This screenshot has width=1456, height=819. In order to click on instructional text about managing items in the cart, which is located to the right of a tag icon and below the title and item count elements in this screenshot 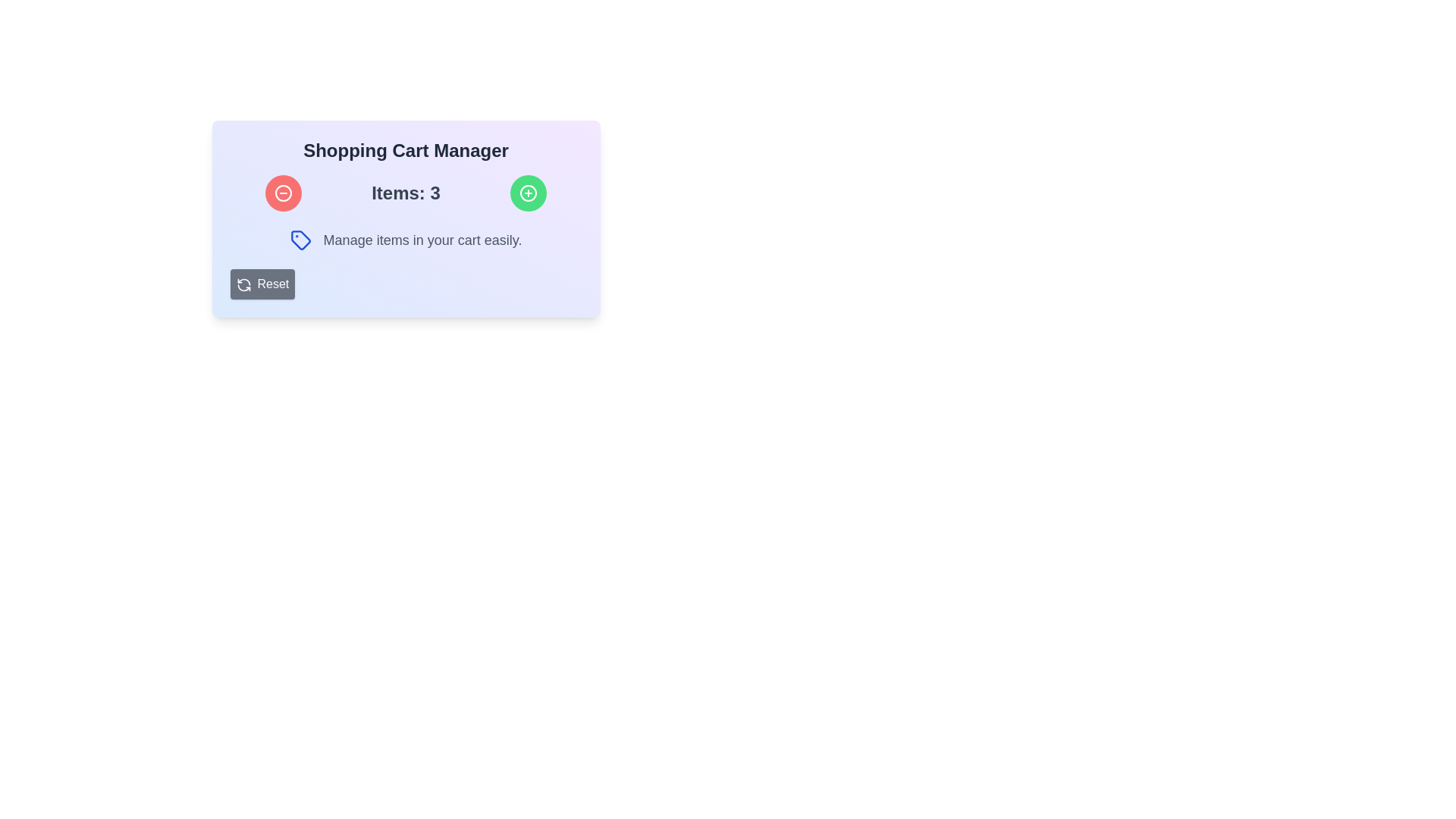, I will do `click(422, 239)`.